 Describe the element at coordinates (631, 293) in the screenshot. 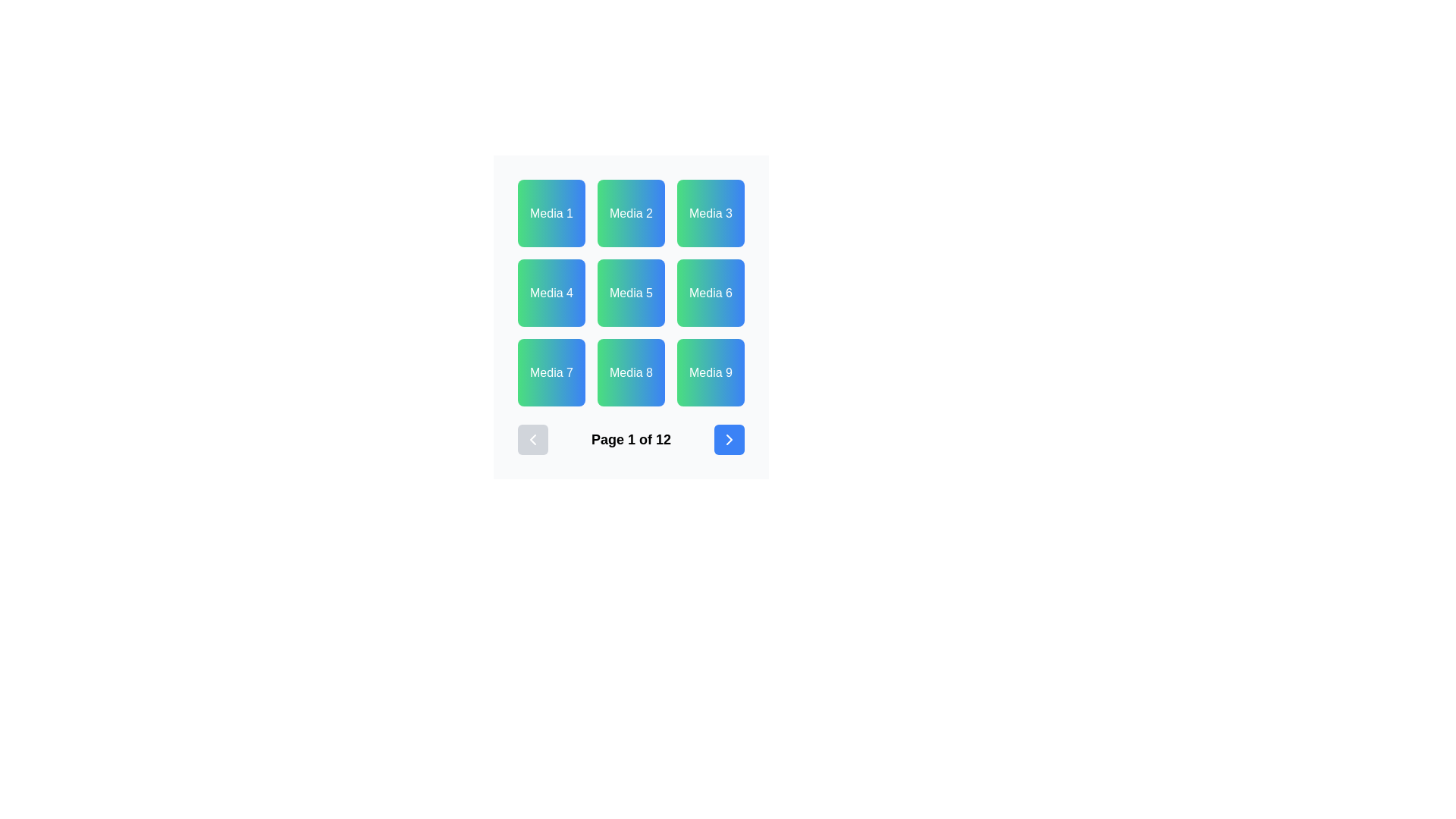

I see `the square-shaped tile with a gradient background transitioning from green to blue, featuring white text 'Media 5', located as the middle tile on the second row of a 3x3 grid` at that location.